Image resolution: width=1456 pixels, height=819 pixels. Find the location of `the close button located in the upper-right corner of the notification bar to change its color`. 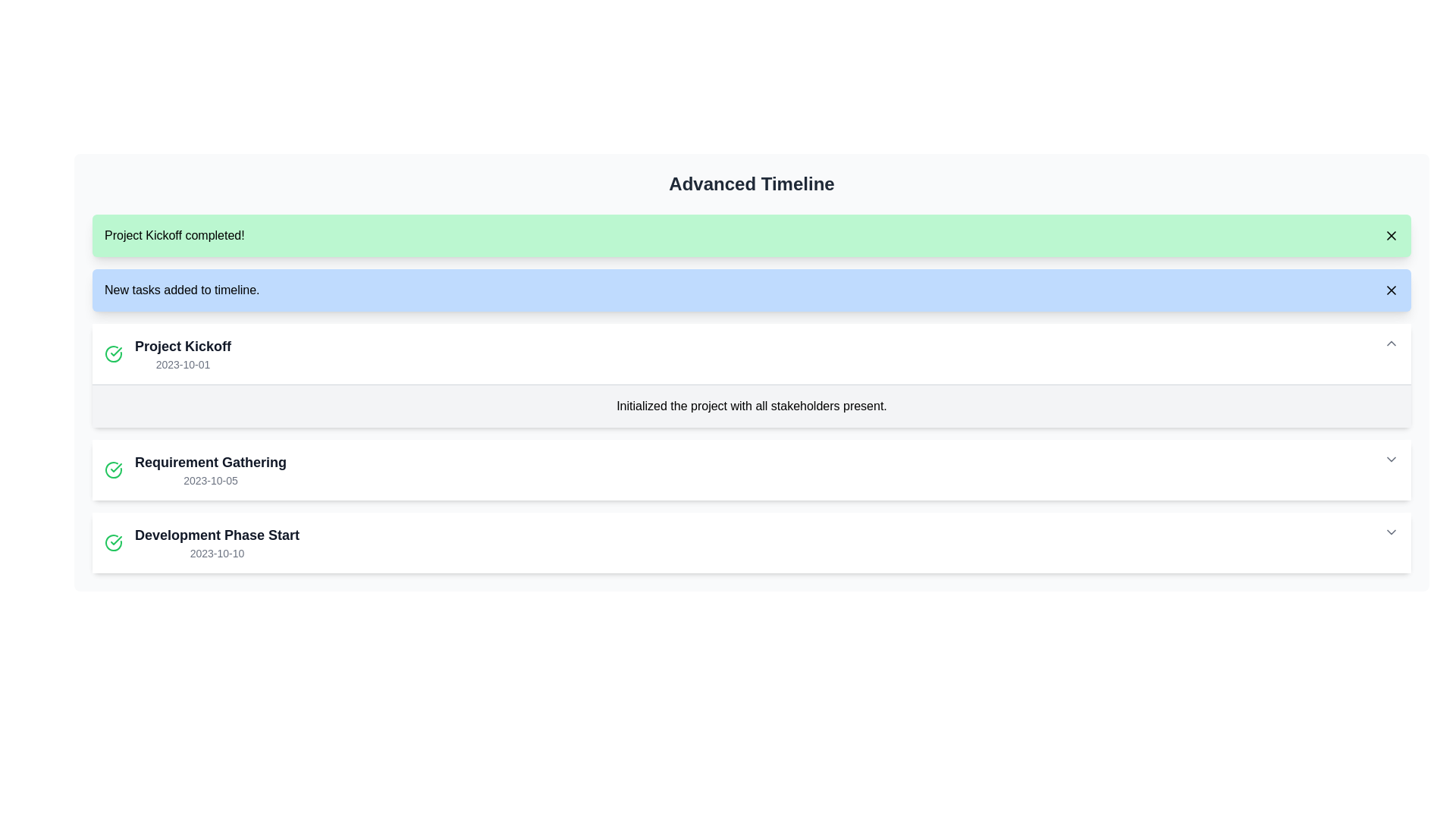

the close button located in the upper-right corner of the notification bar to change its color is located at coordinates (1391, 236).